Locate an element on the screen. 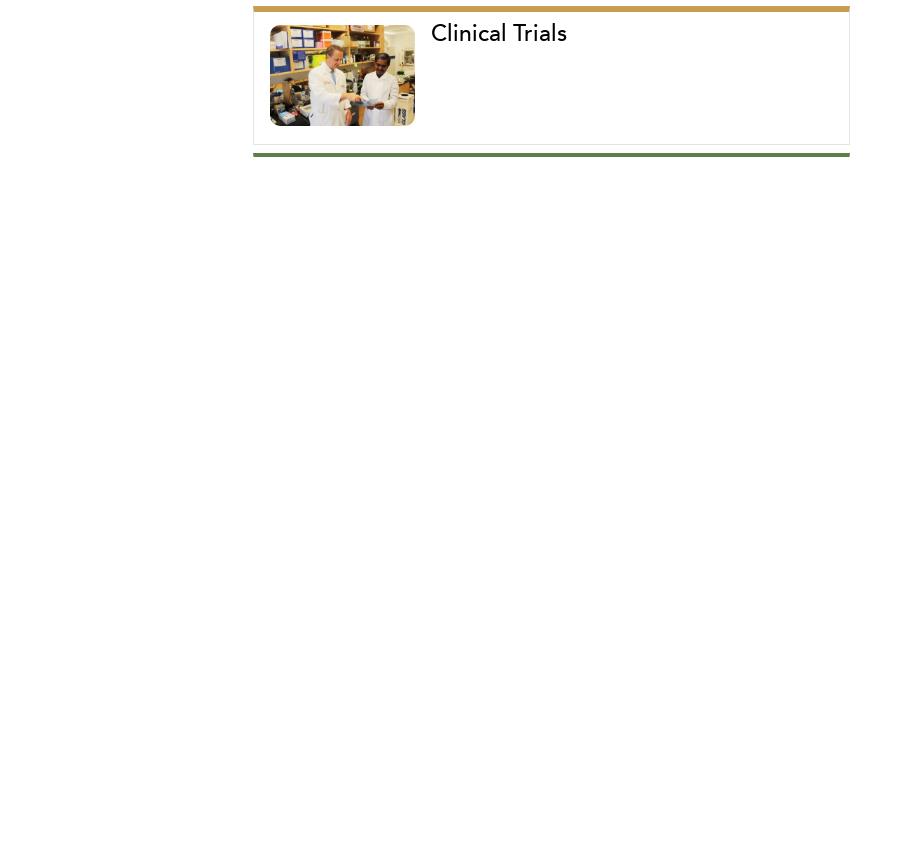  'Publications' is located at coordinates (26, 136).